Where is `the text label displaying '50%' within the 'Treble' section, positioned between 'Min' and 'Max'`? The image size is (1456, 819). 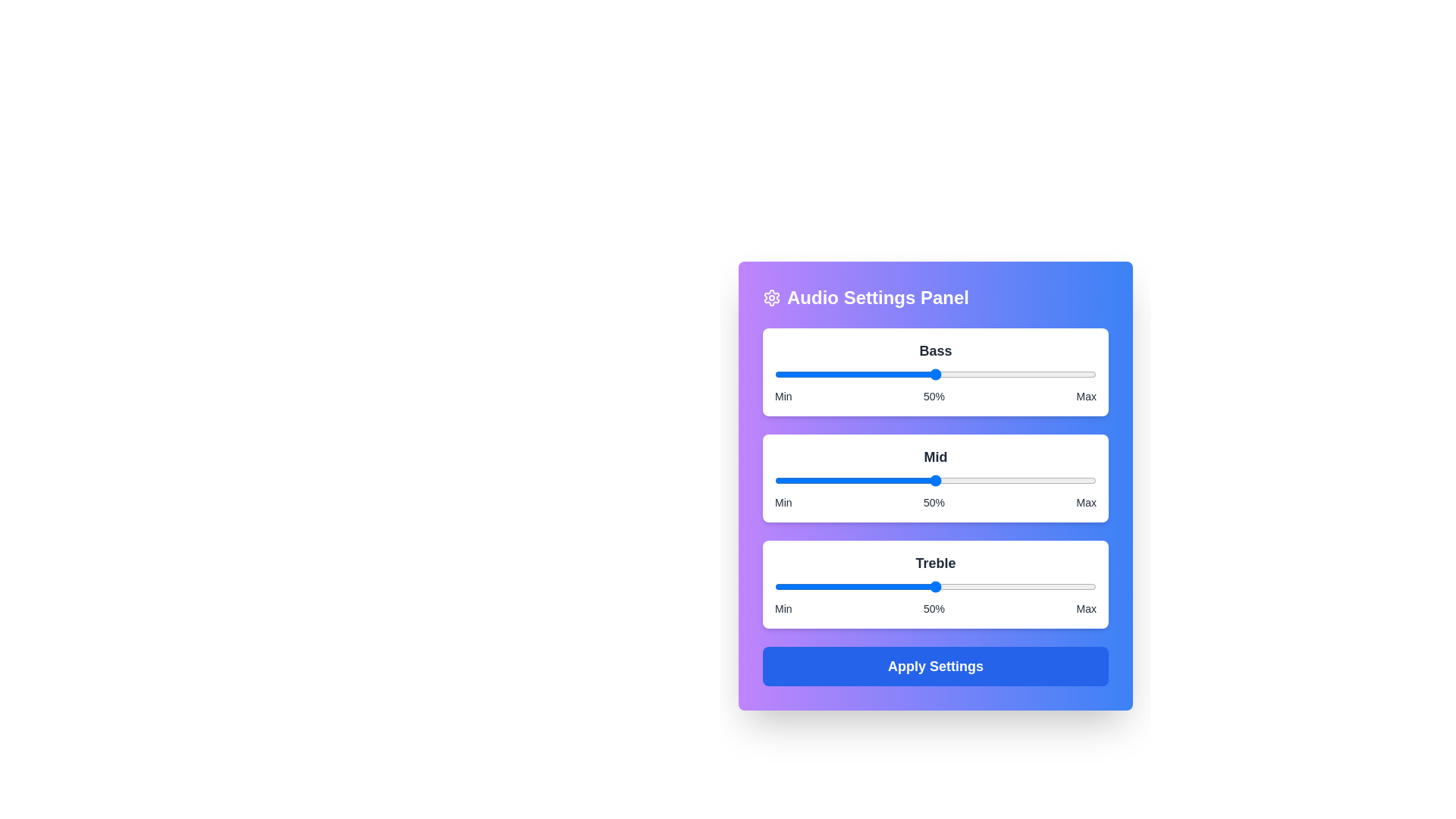 the text label displaying '50%' within the 'Treble' section, positioned between 'Min' and 'Max' is located at coordinates (934, 607).